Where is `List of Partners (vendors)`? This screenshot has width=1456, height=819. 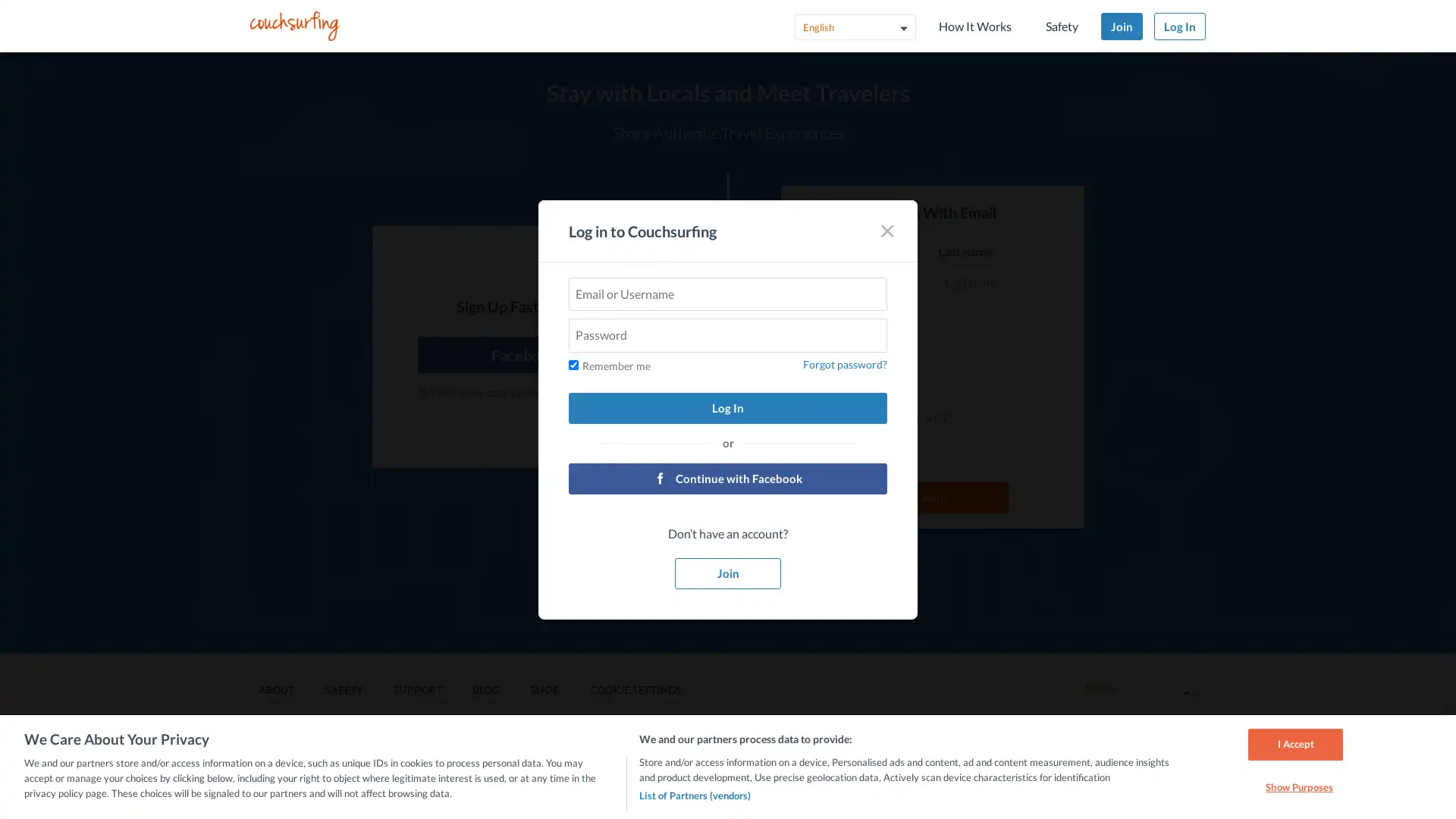 List of Partners (vendors) is located at coordinates (903, 795).